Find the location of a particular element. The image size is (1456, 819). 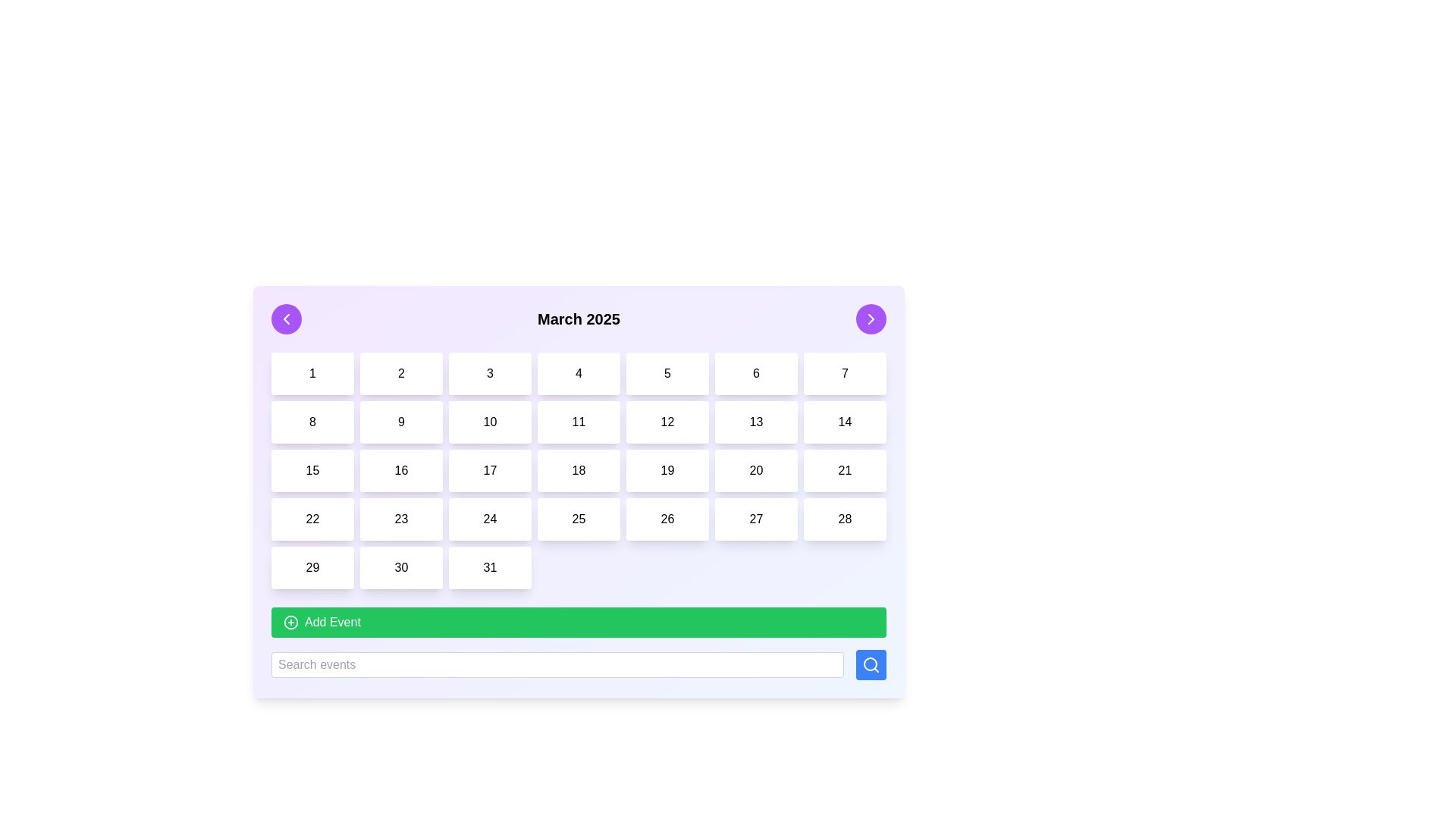

the square-shaped button displaying the number '30' in bold black text, located in the last row and second column of the calendar grid interface is located at coordinates (401, 567).